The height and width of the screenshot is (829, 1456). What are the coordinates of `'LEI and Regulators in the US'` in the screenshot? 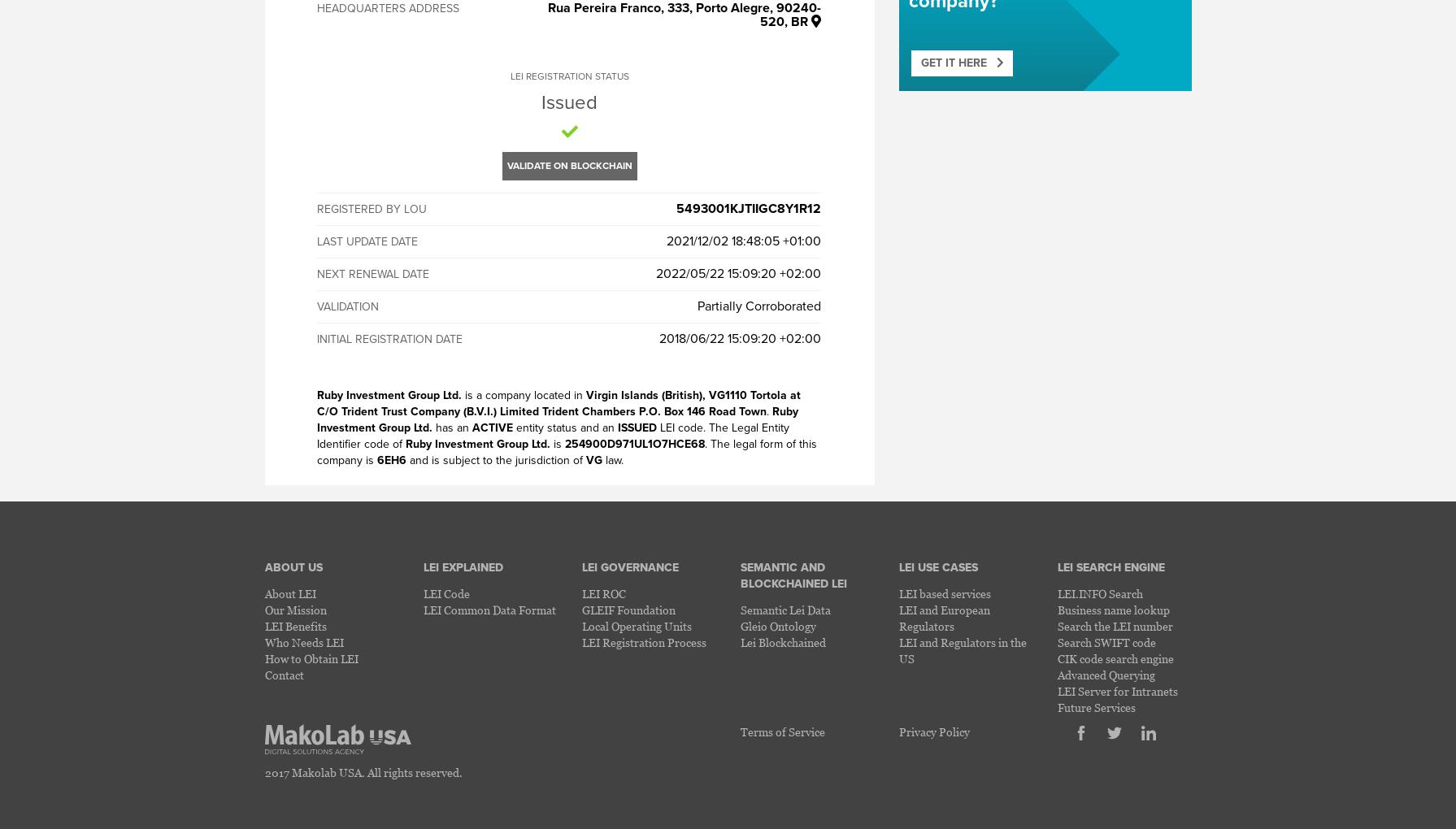 It's located at (898, 649).